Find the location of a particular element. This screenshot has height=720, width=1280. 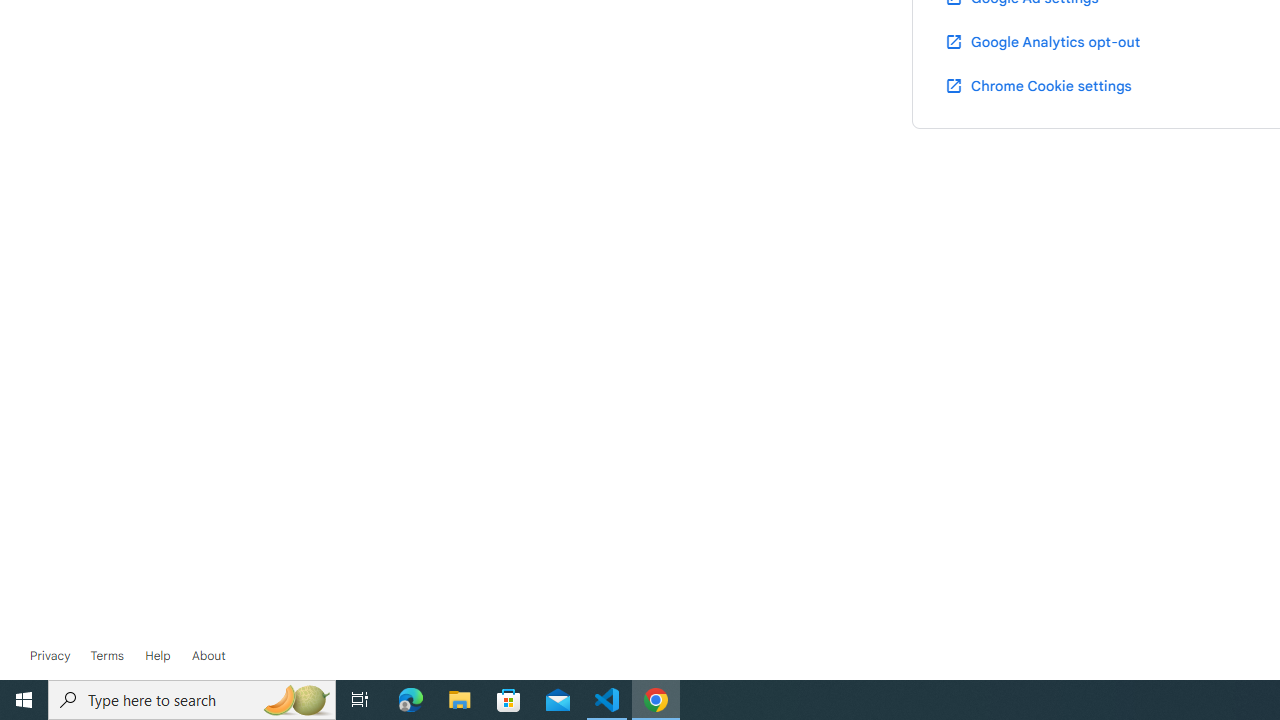

'Help' is located at coordinates (157, 655).